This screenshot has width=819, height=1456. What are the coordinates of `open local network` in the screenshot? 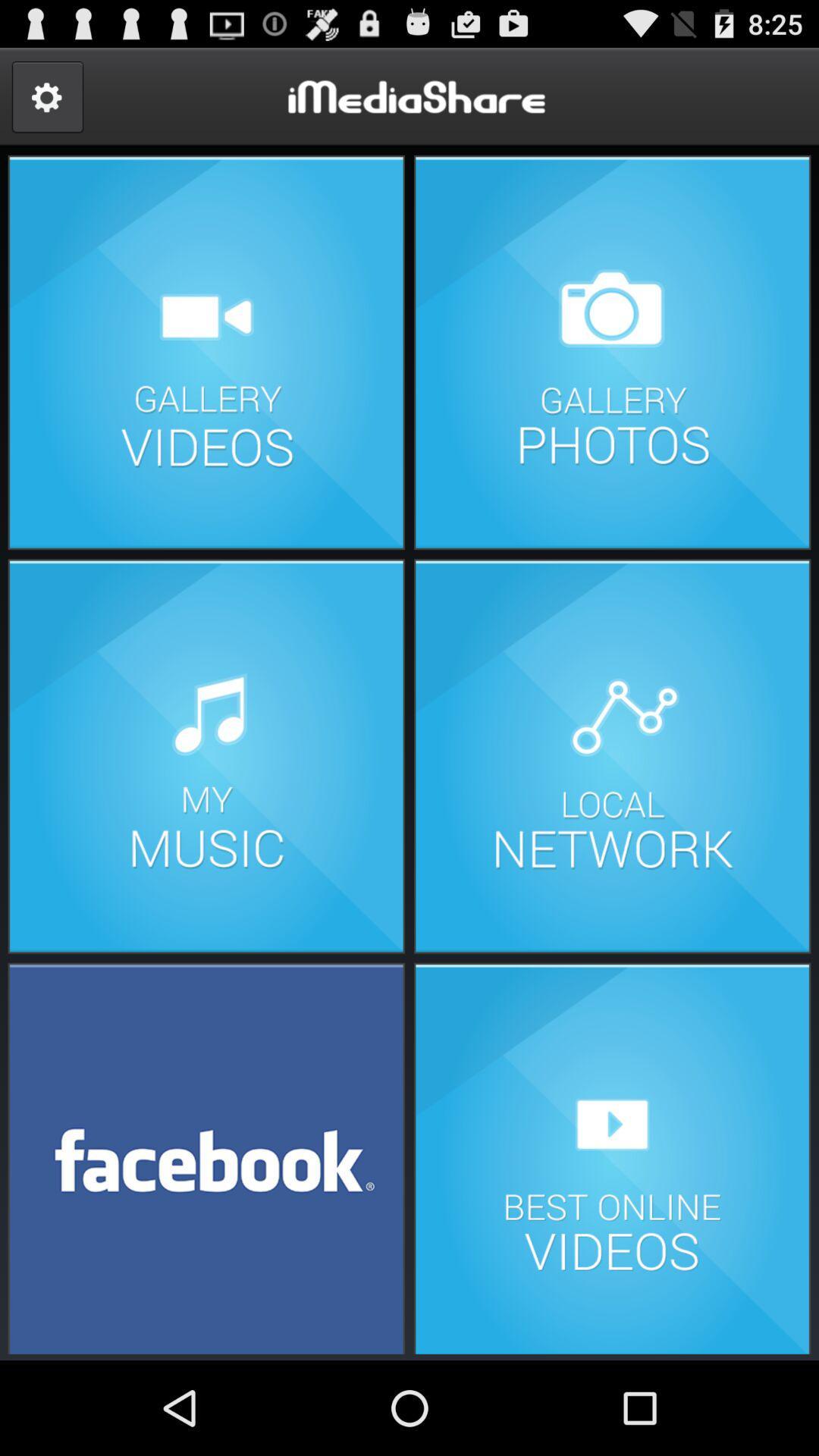 It's located at (611, 756).